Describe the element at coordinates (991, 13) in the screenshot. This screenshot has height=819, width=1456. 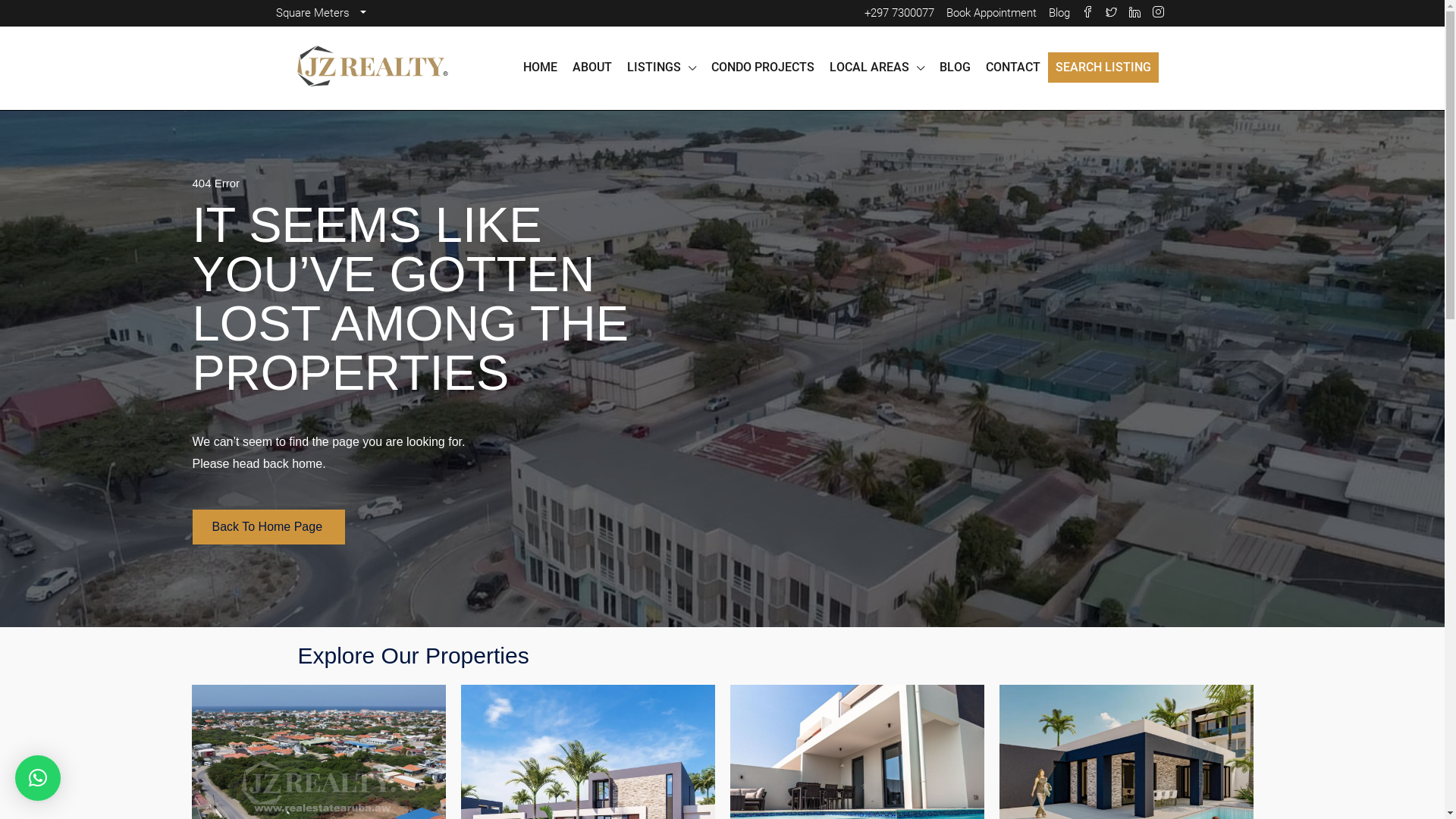
I see `'Book Appointment'` at that location.